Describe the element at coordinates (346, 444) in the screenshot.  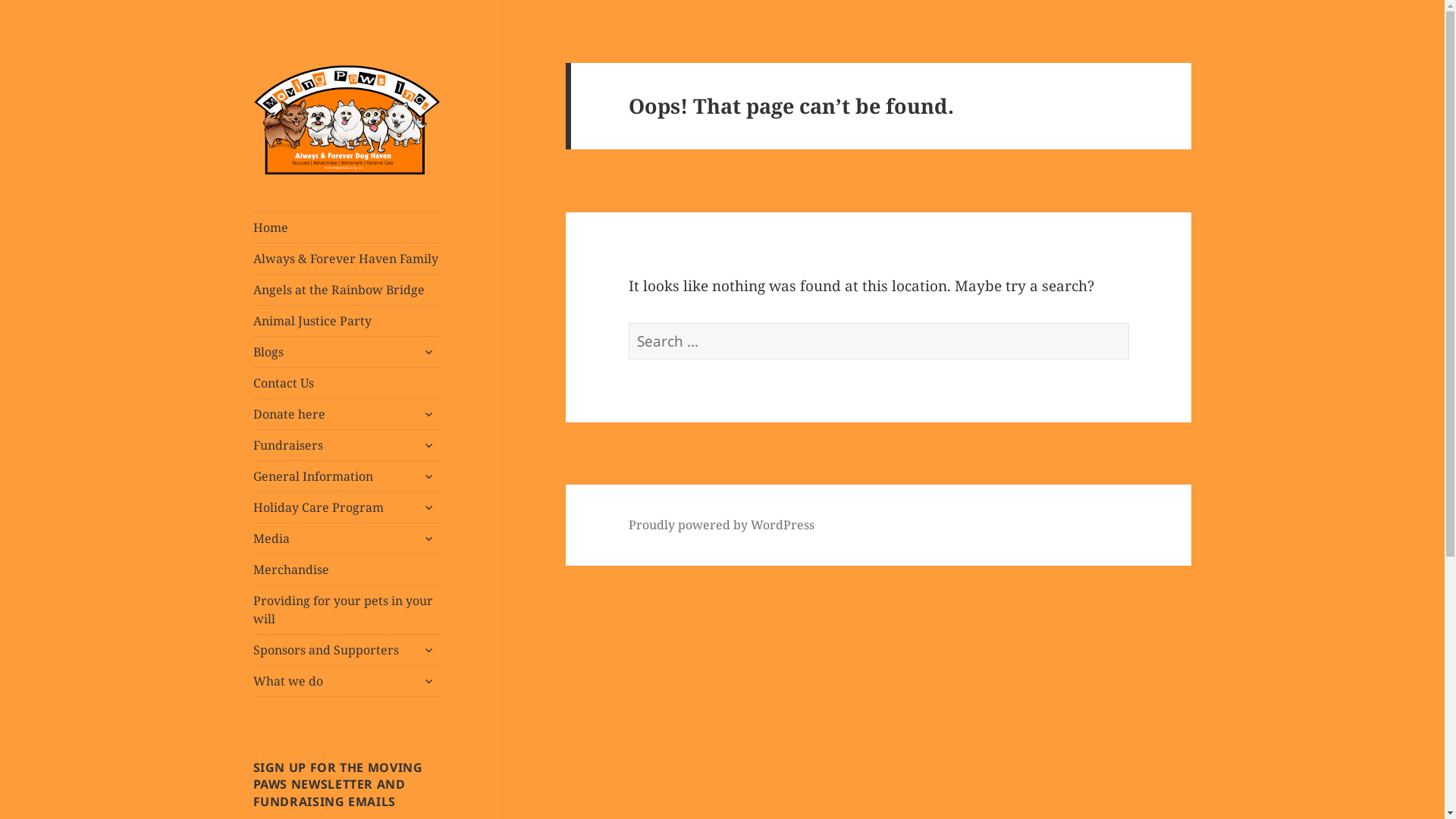
I see `'Fundraisers'` at that location.